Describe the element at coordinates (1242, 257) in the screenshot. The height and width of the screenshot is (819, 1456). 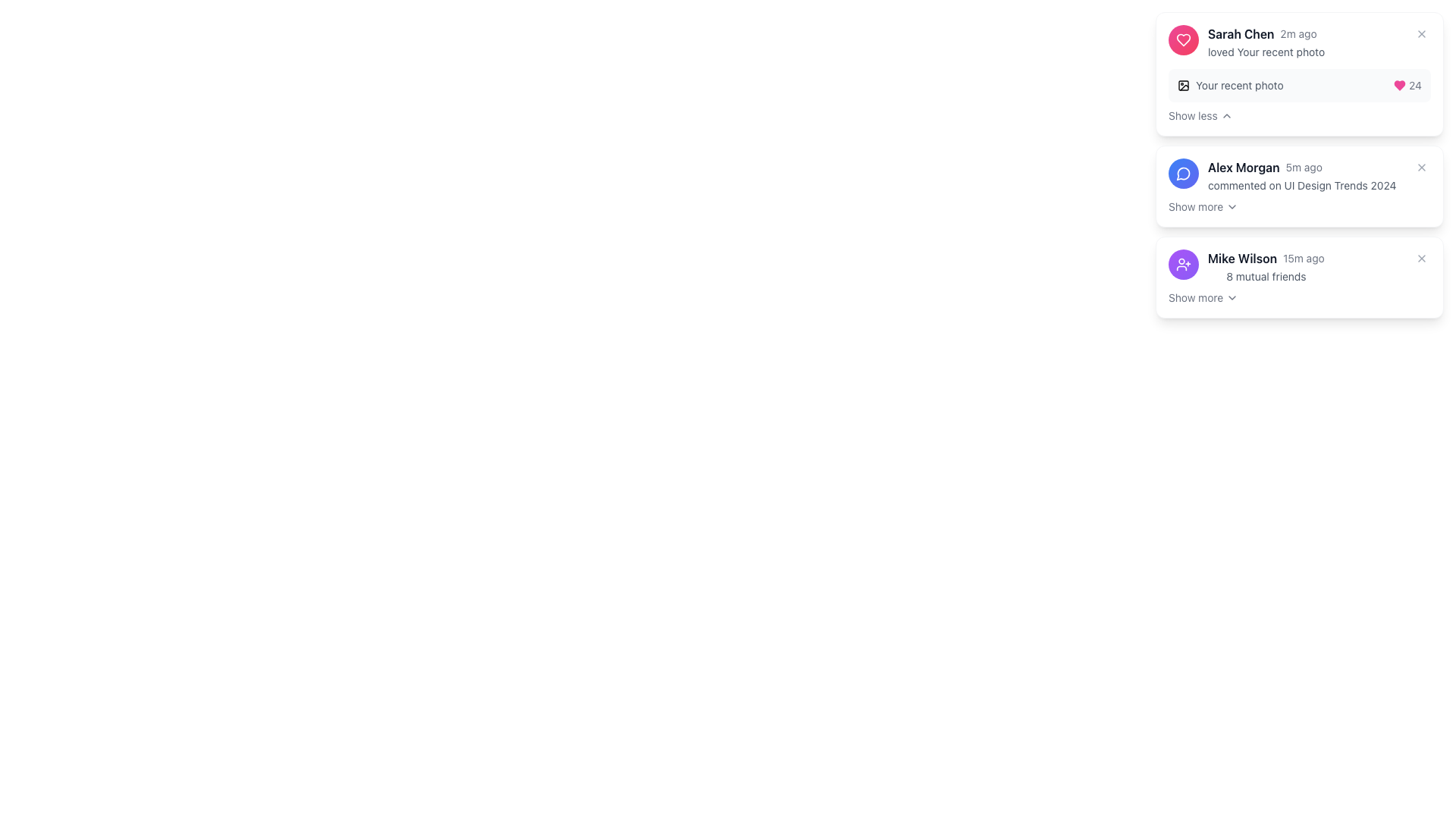
I see `the text label that reads 'Mike Wilson' styled in bold font, located to the left of the timestamp '15m ago' in the lower part of the notification list` at that location.